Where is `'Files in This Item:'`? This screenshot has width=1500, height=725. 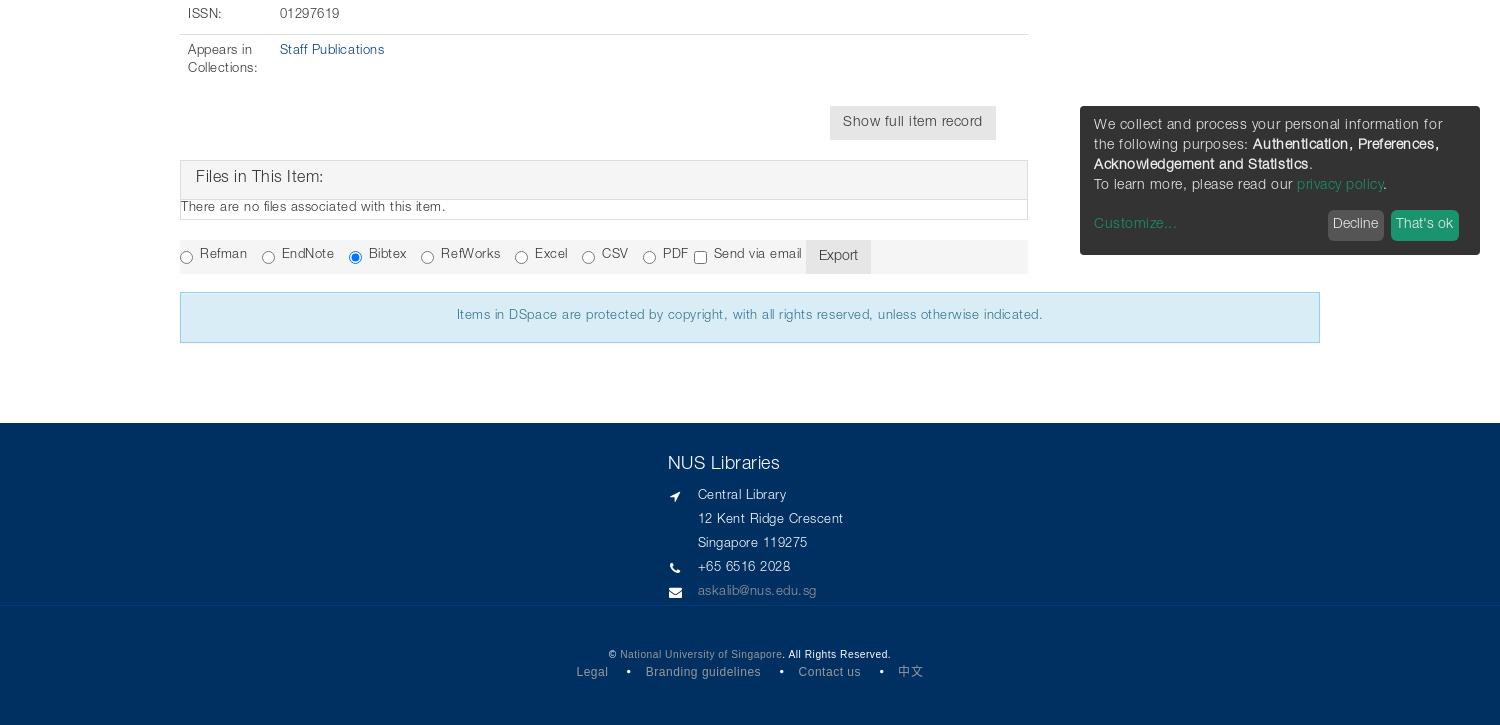
'Files in This Item:' is located at coordinates (259, 178).